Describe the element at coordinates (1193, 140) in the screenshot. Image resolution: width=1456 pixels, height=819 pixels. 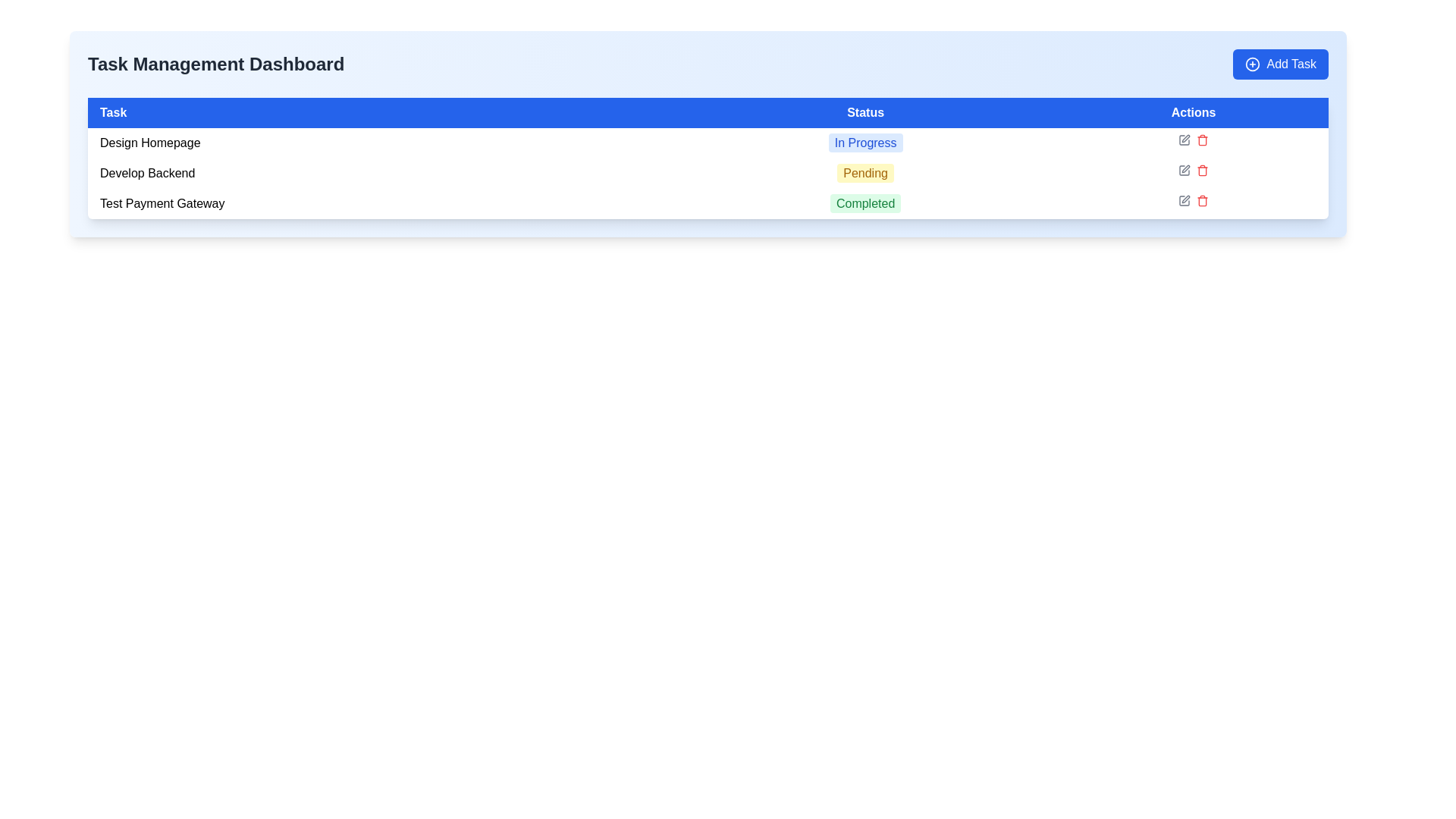
I see `the edit icon in the 'Actions' column for the 'Design Homepage' task` at that location.